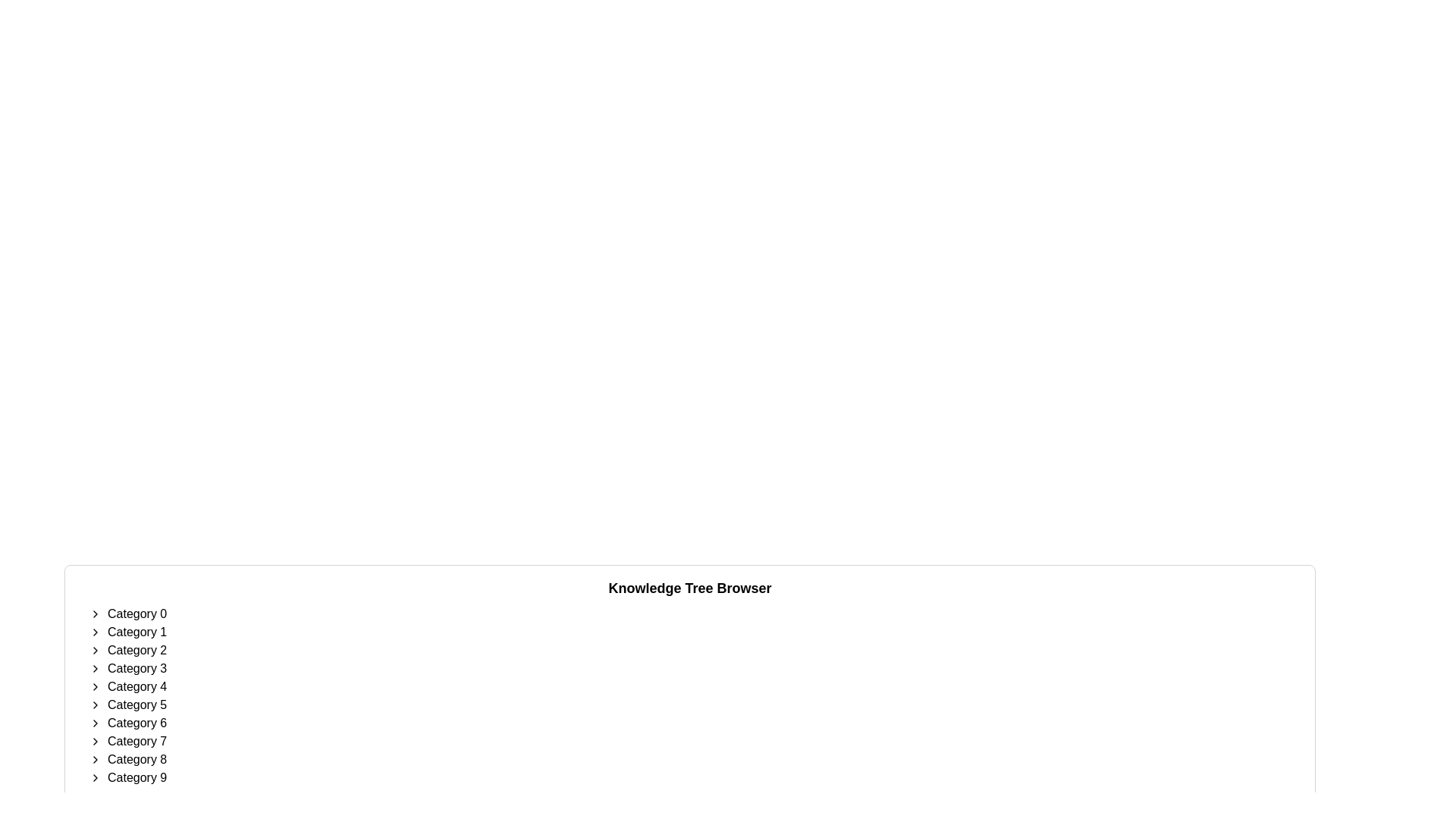  What do you see at coordinates (94, 668) in the screenshot?
I see `the icon indicating that the 'Category 3' item can be interacted with, located to the left of the text label 'Category 3'` at bounding box center [94, 668].